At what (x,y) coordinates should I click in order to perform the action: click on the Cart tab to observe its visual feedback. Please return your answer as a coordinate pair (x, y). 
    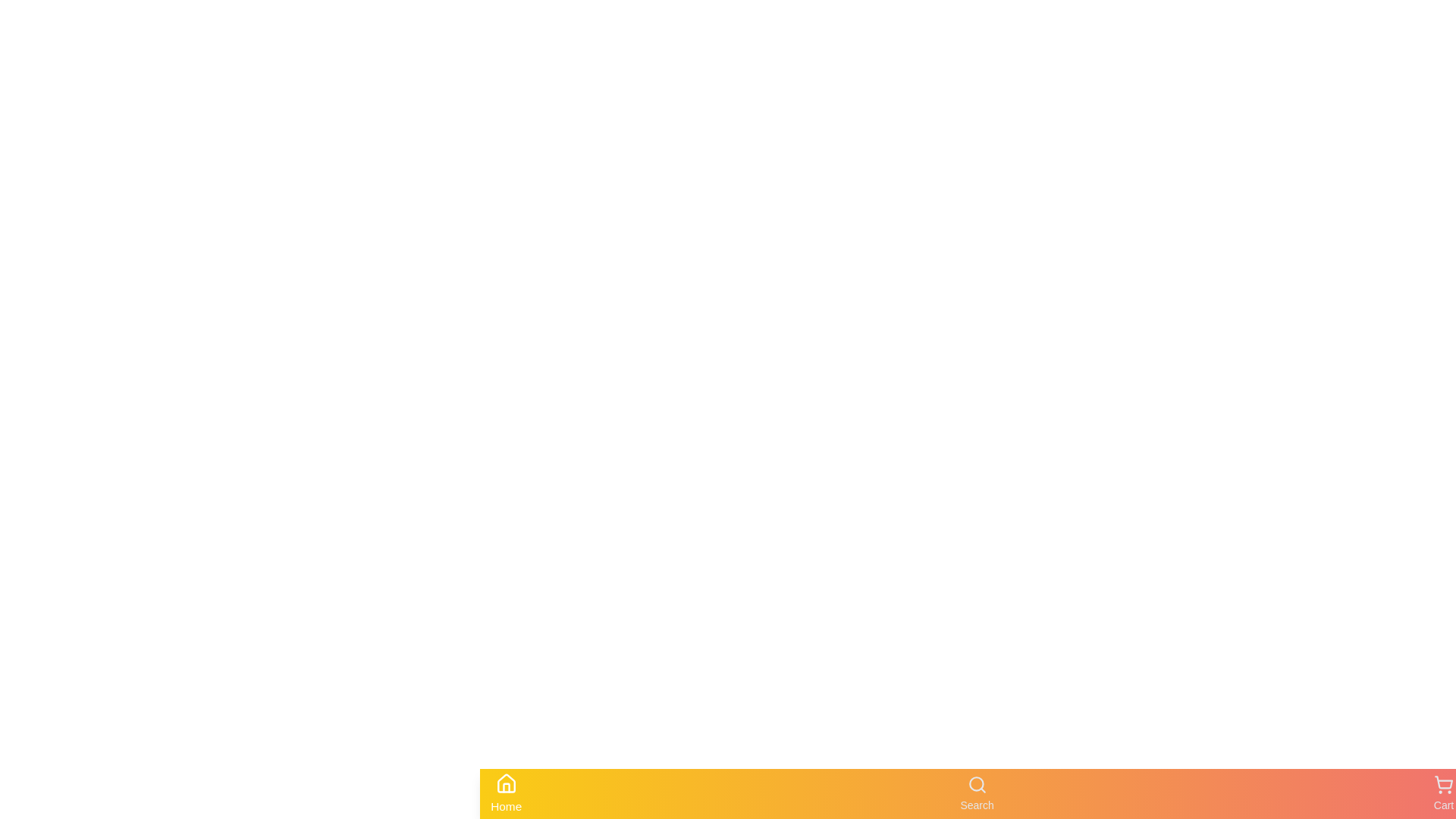
    Looking at the image, I should click on (1443, 792).